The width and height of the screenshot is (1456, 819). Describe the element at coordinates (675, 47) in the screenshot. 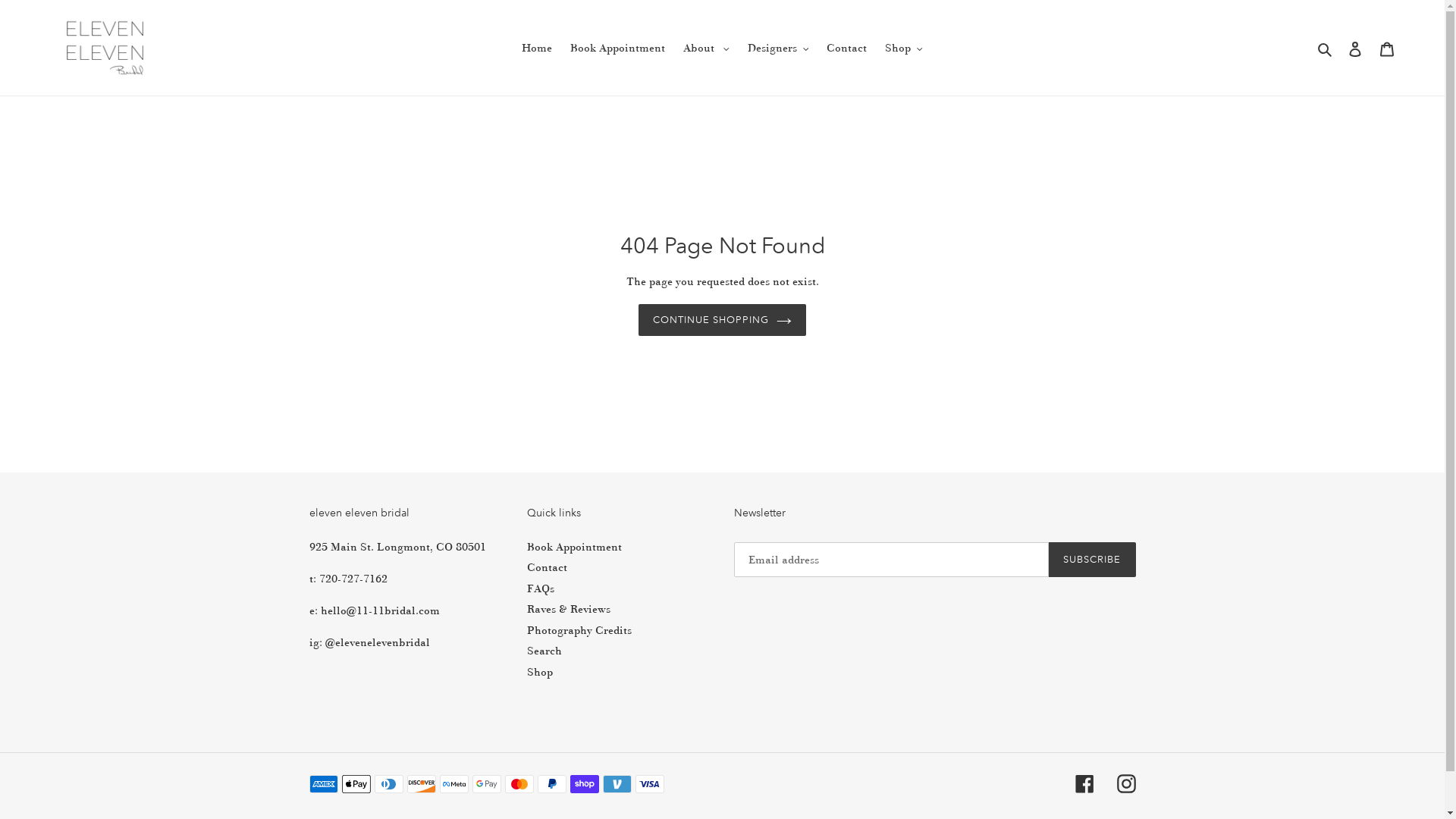

I see `'About'` at that location.